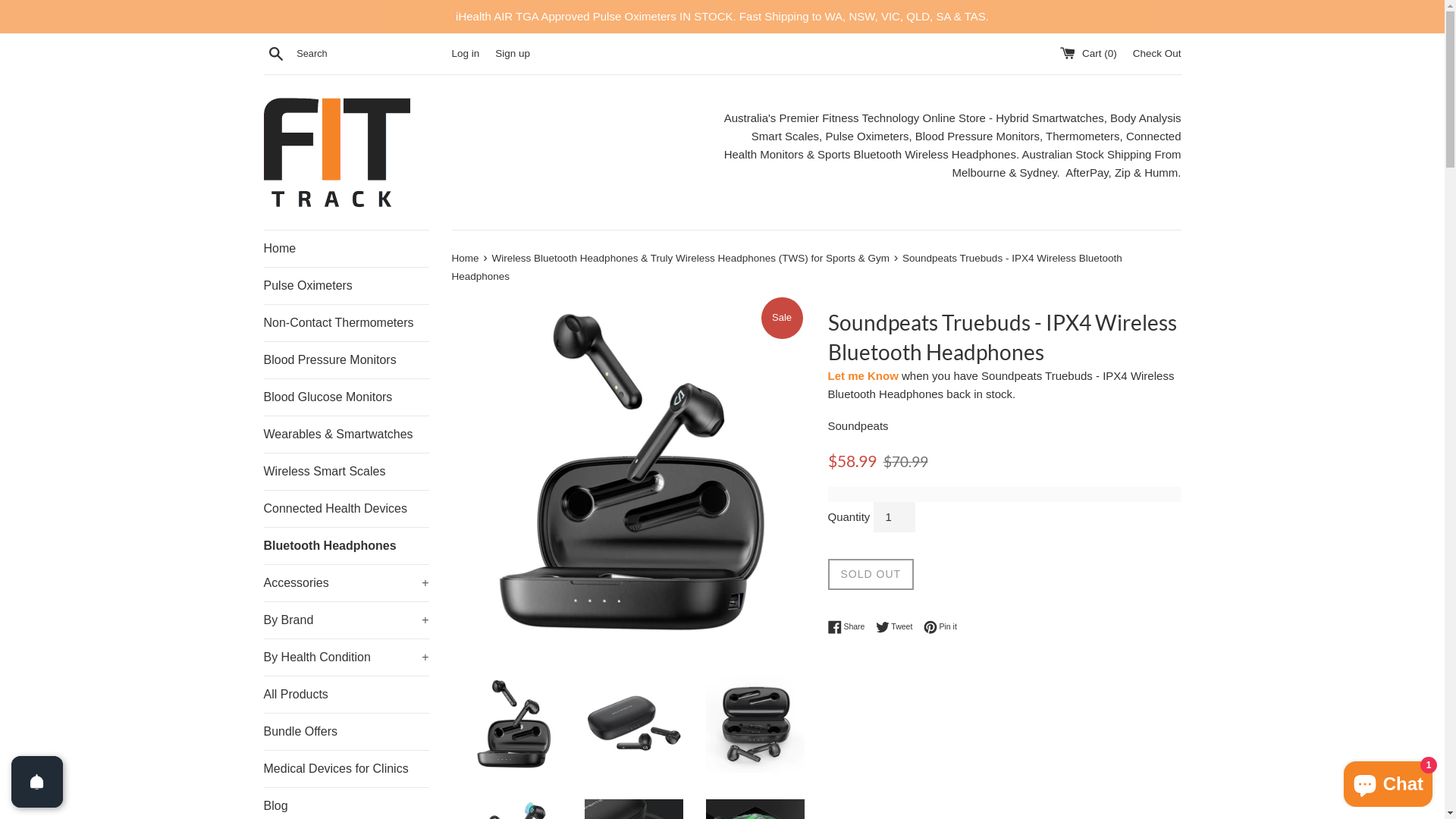 Image resolution: width=1456 pixels, height=819 pixels. Describe the element at coordinates (263, 470) in the screenshot. I see `'Wireless Smart Scales'` at that location.